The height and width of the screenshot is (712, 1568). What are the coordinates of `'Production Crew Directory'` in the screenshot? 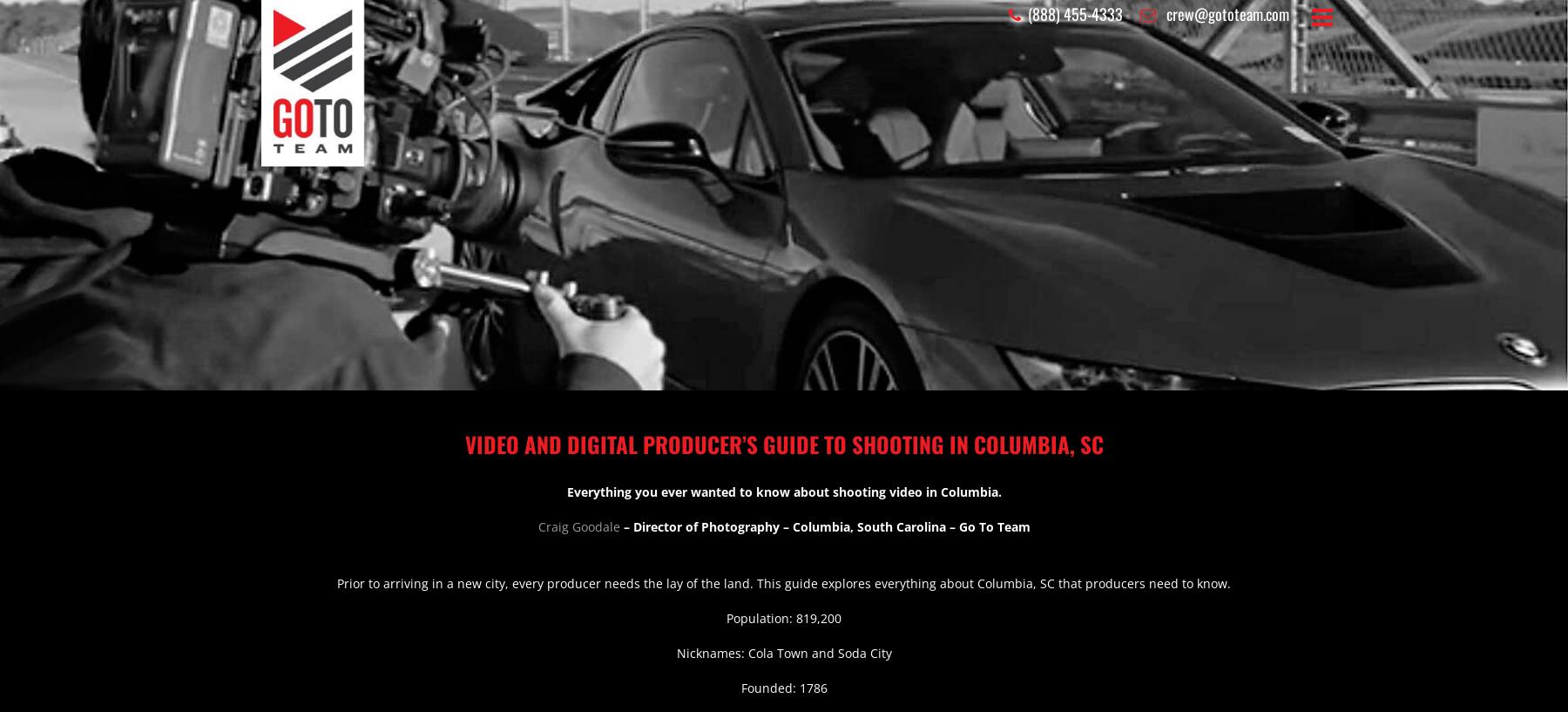 It's located at (783, 526).